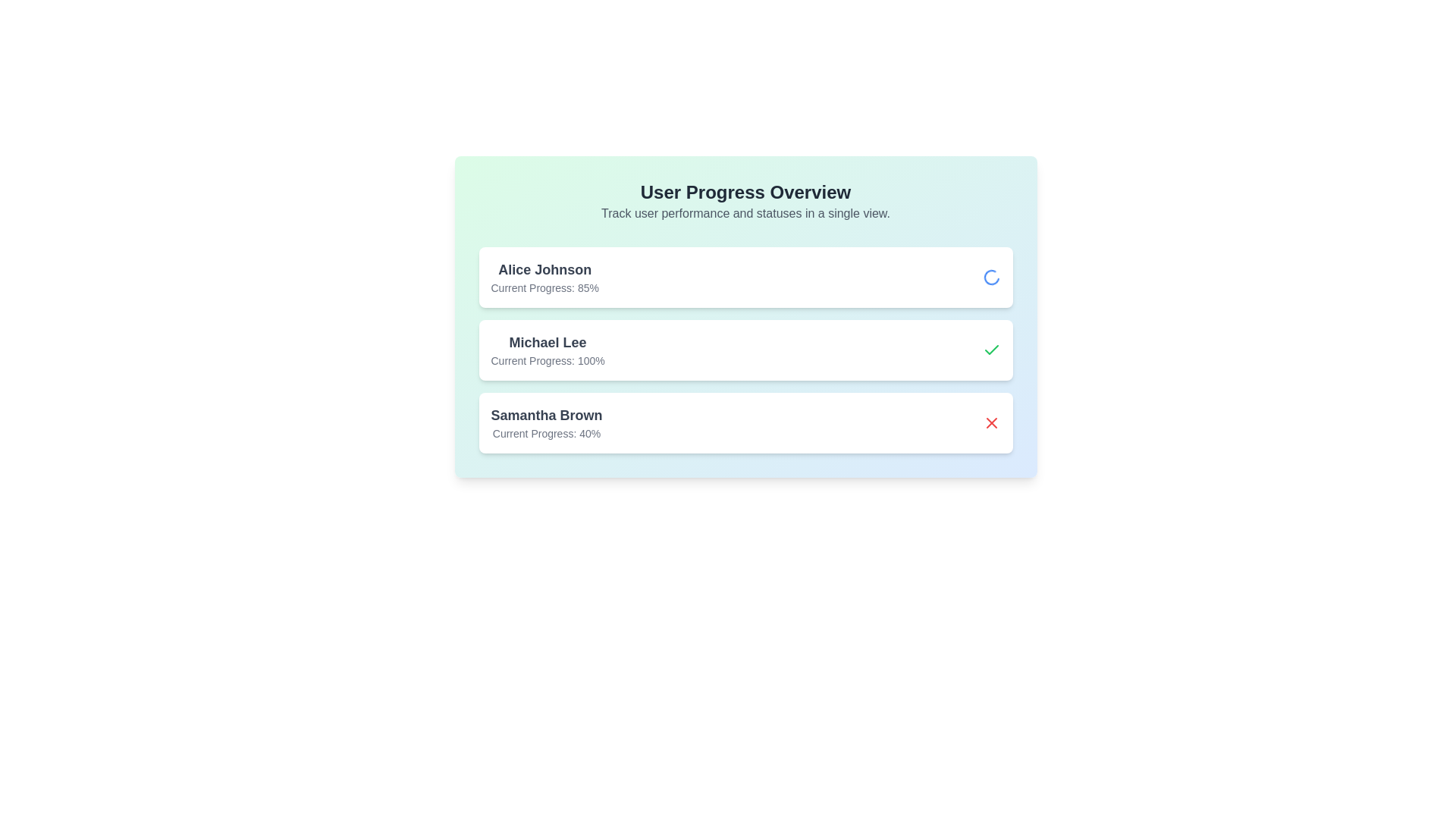  I want to click on the dismiss icon button located at the far right of the card displaying 'Samantha Brown' and 'Current Progress: 40%', so click(991, 423).